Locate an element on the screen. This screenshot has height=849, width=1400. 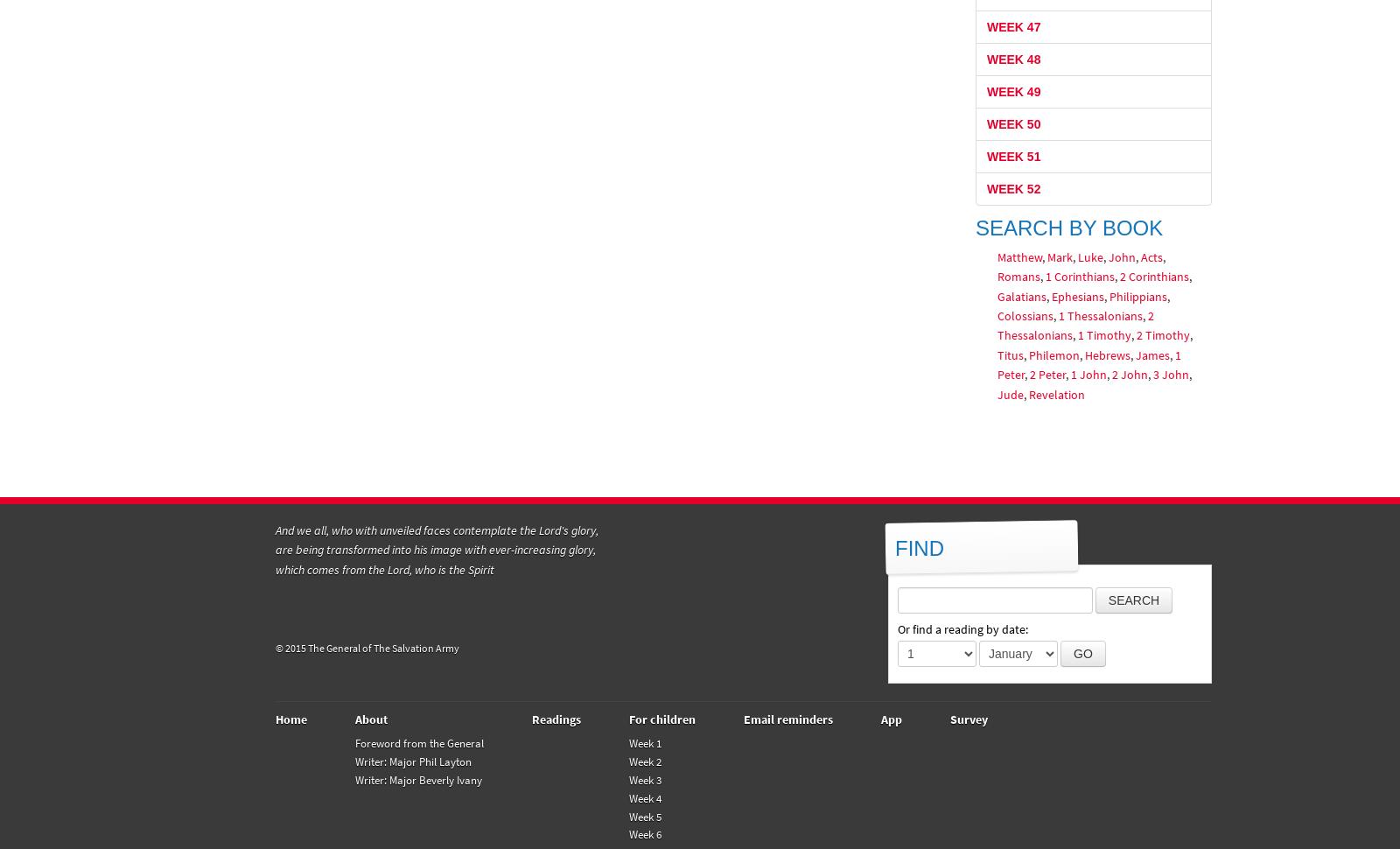
'Email reminders' is located at coordinates (787, 719).